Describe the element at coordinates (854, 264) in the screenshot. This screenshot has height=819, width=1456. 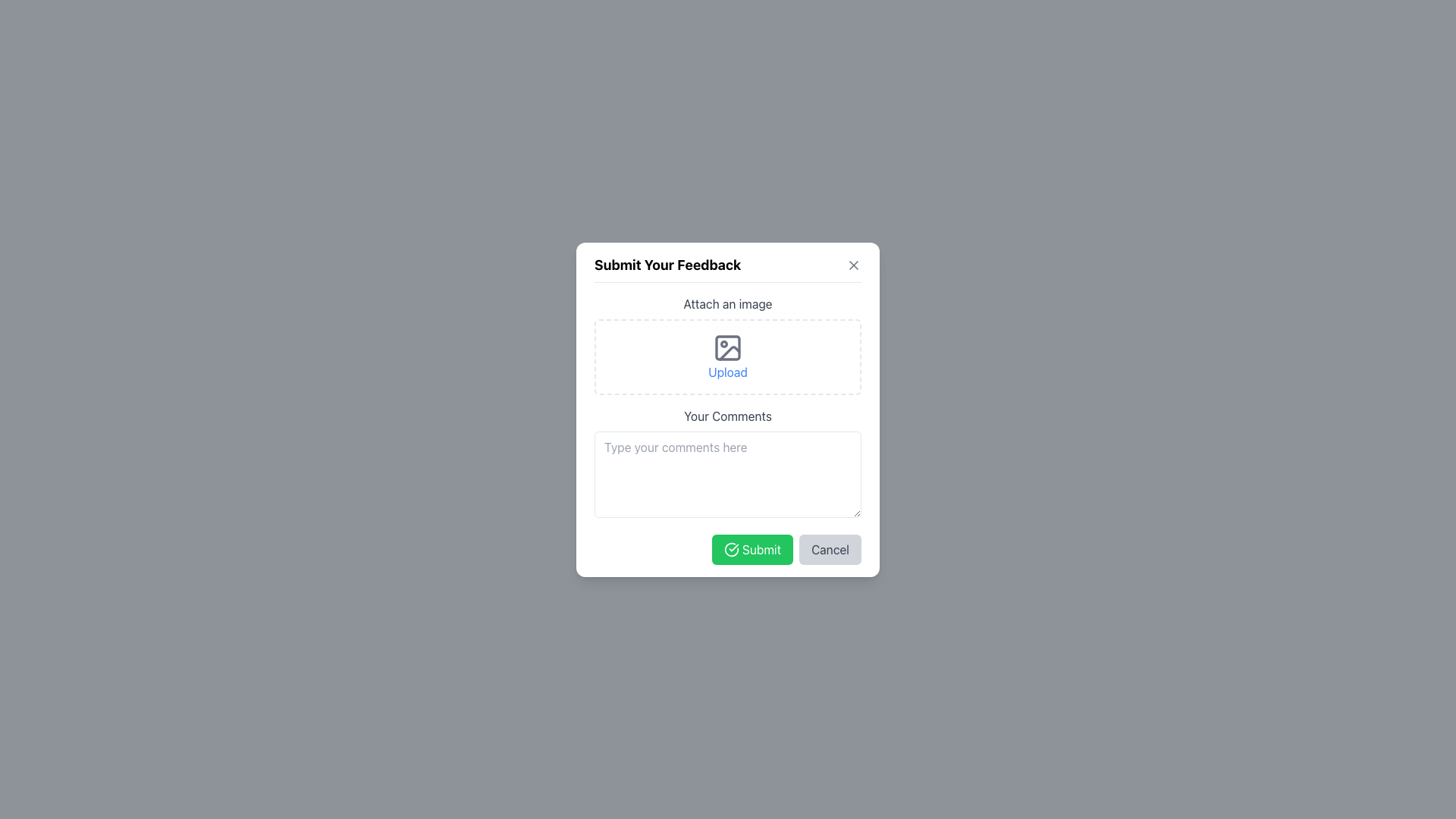
I see `the close button (X icon) located at the top-right corner of the 'Submit Your Feedback' modal` at that location.